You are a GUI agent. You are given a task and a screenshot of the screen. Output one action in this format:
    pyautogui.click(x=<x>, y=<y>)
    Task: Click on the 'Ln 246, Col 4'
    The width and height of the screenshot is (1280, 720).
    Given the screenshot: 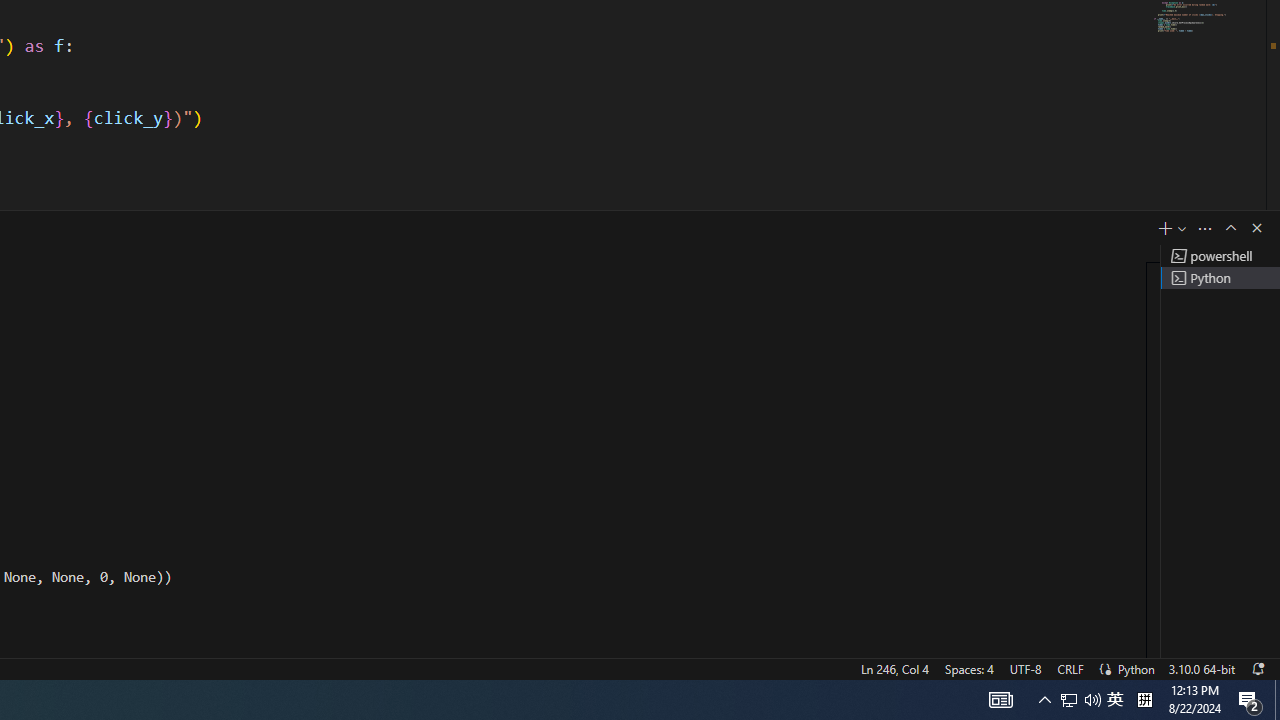 What is the action you would take?
    pyautogui.click(x=893, y=668)
    